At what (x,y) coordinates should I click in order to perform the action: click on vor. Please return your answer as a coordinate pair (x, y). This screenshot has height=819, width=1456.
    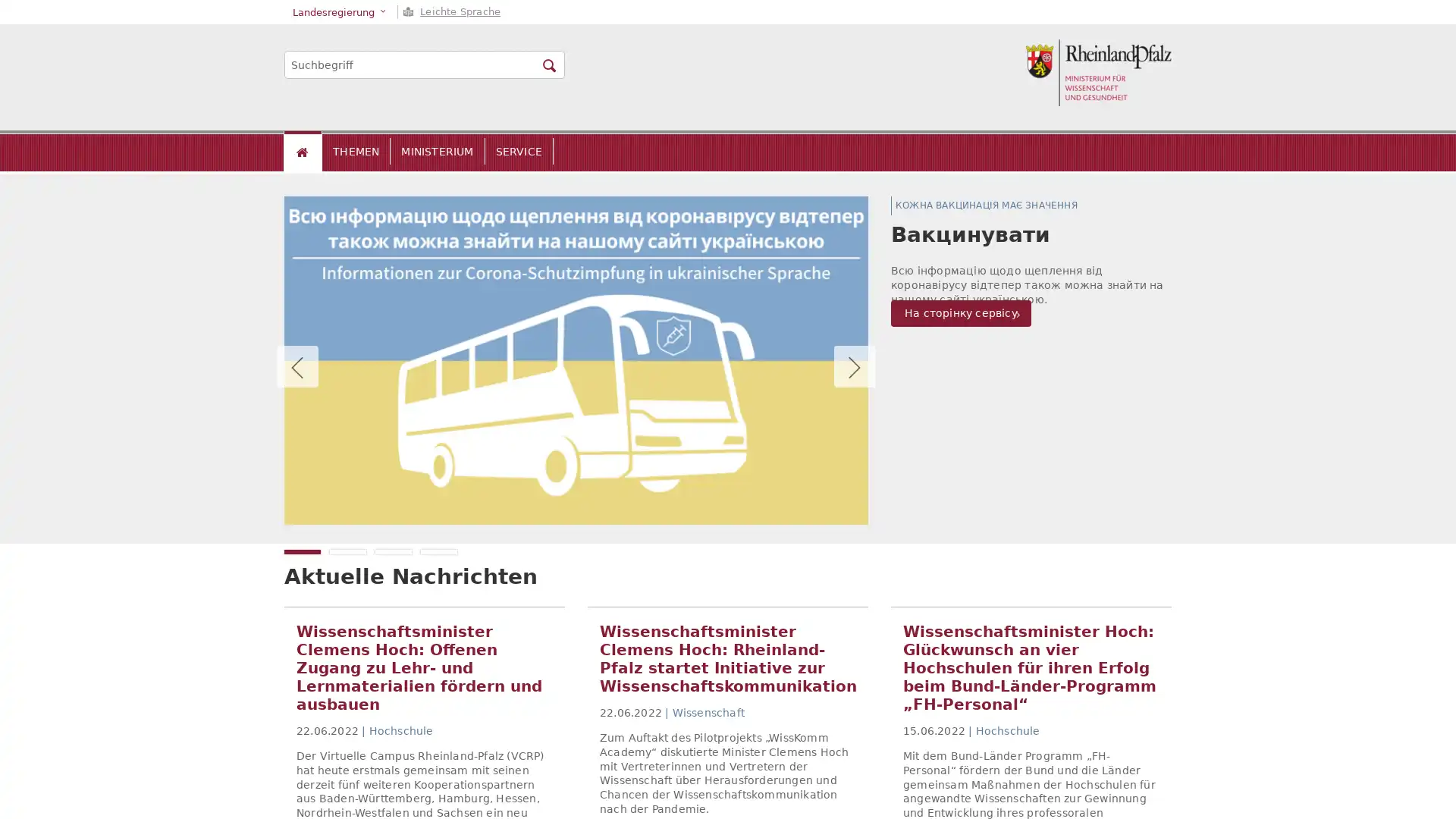
    Looking at the image, I should click on (855, 366).